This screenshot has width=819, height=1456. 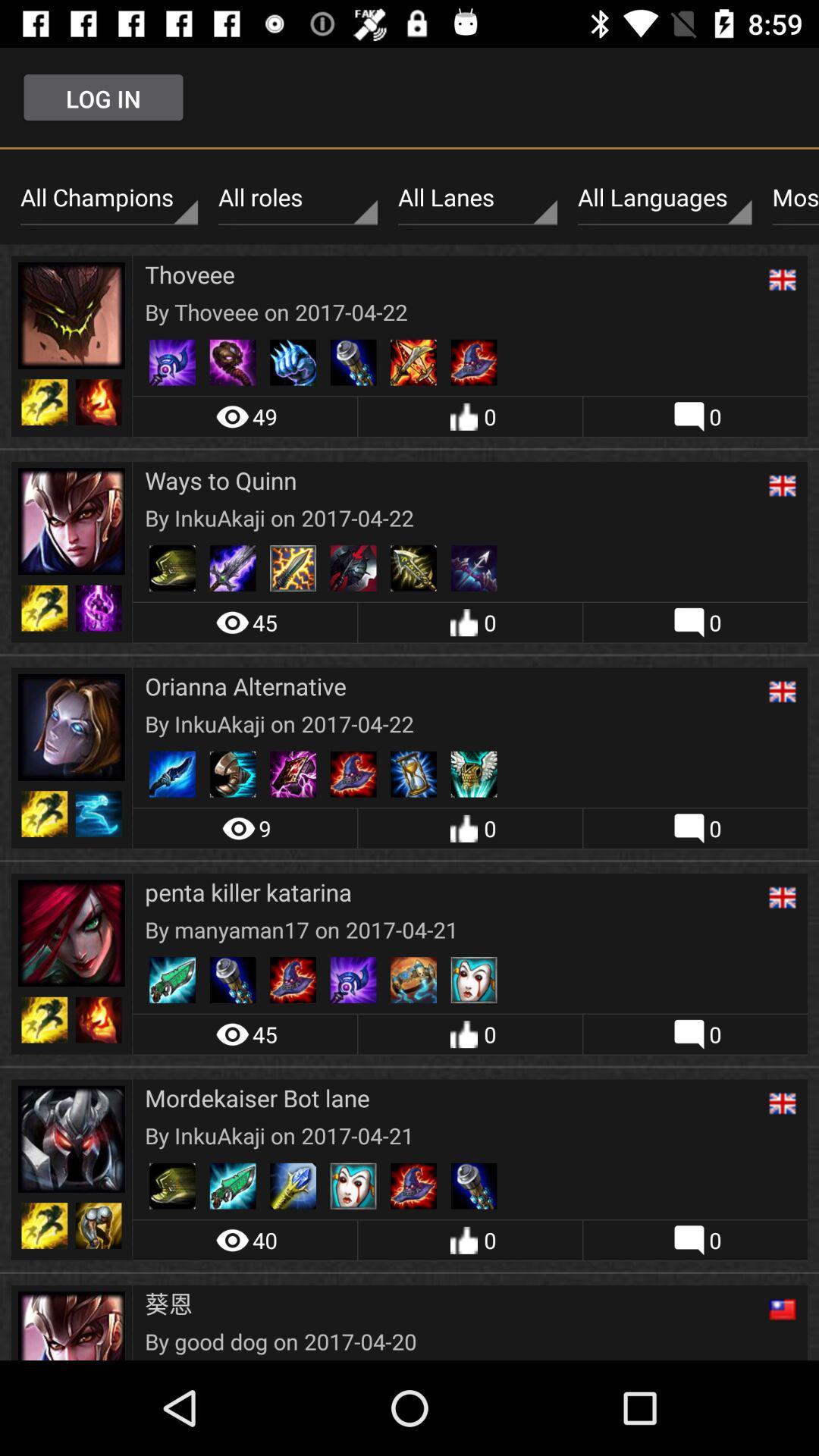 I want to click on the icon to the right of all languages item, so click(x=791, y=197).